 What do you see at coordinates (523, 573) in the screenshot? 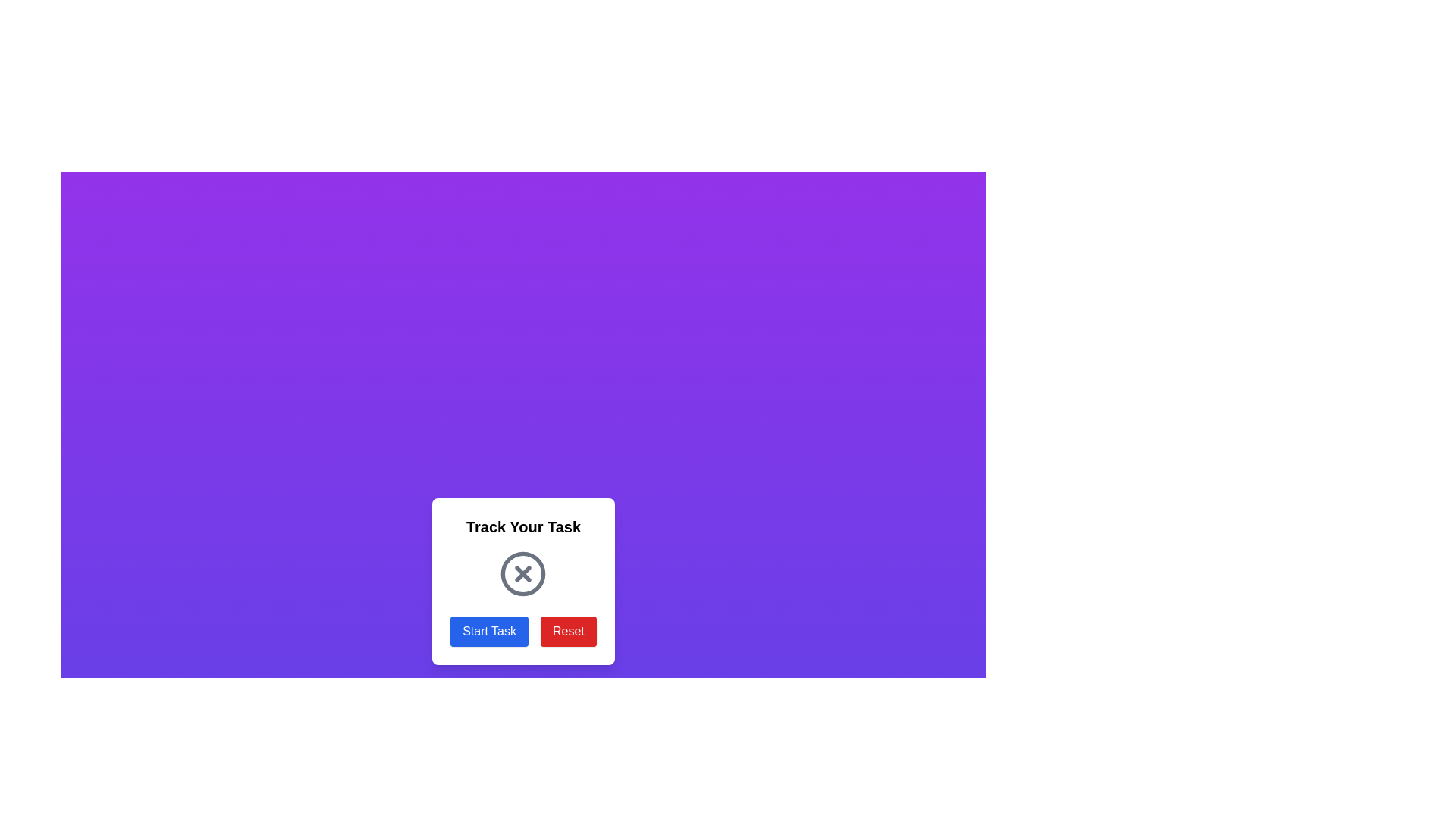
I see `the circular gray icon with an 'X' mark located below the heading 'Track Your Task' and above the buttons 'Start Task' and 'Reset'` at bounding box center [523, 573].